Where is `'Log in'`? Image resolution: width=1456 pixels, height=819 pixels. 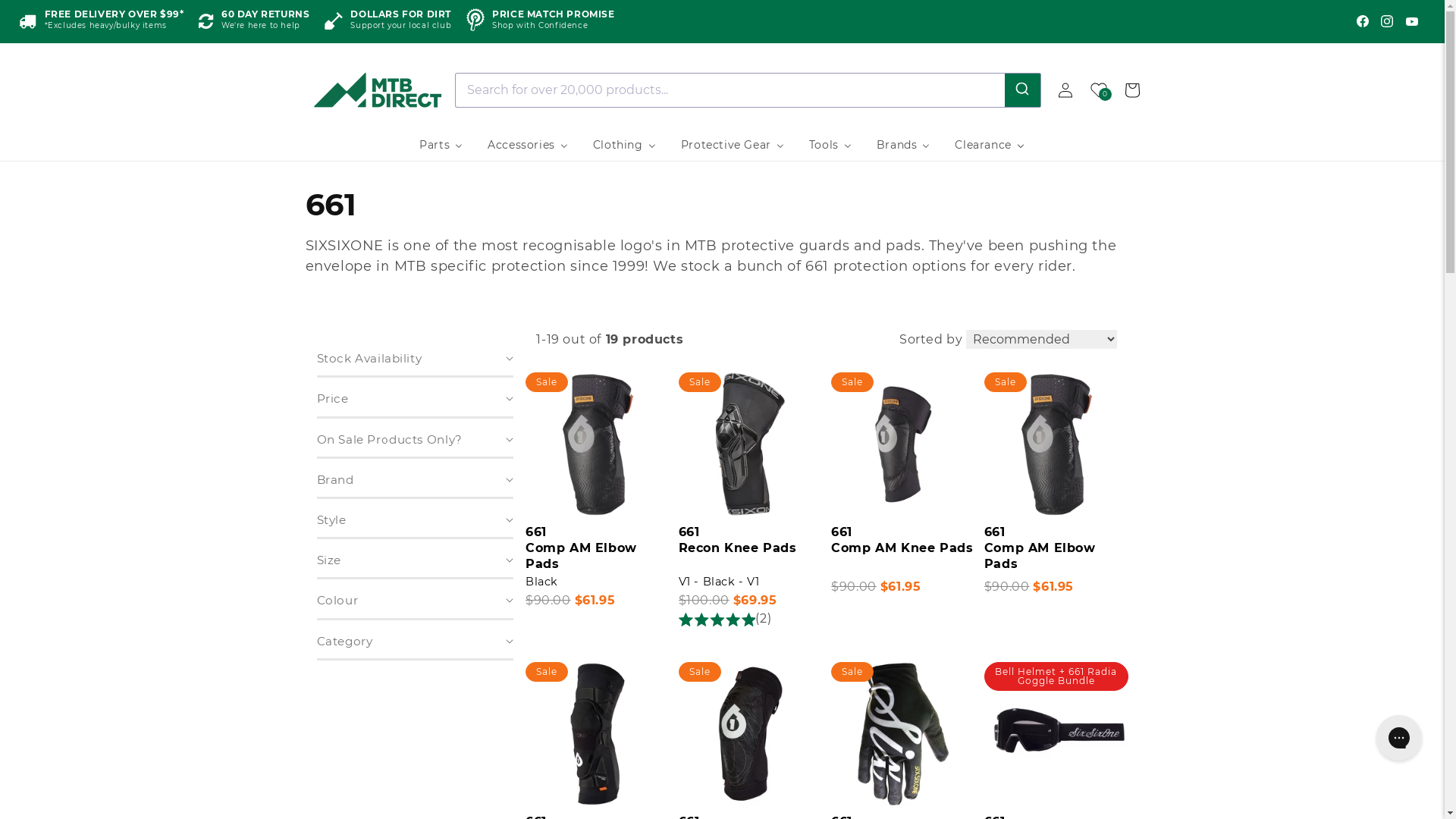 'Log in' is located at coordinates (1063, 89).